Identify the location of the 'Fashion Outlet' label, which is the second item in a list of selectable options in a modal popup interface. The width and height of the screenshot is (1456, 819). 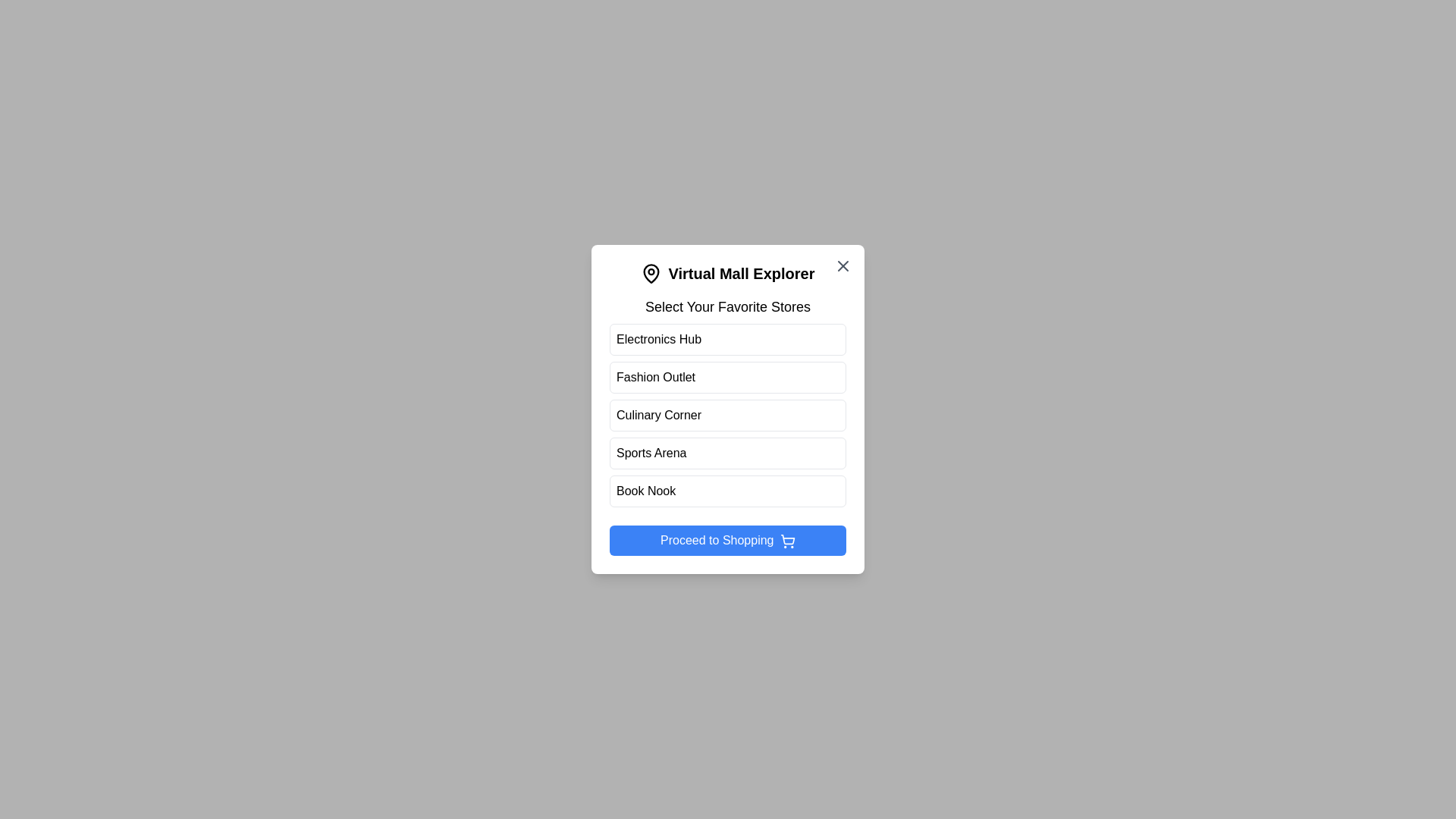
(655, 376).